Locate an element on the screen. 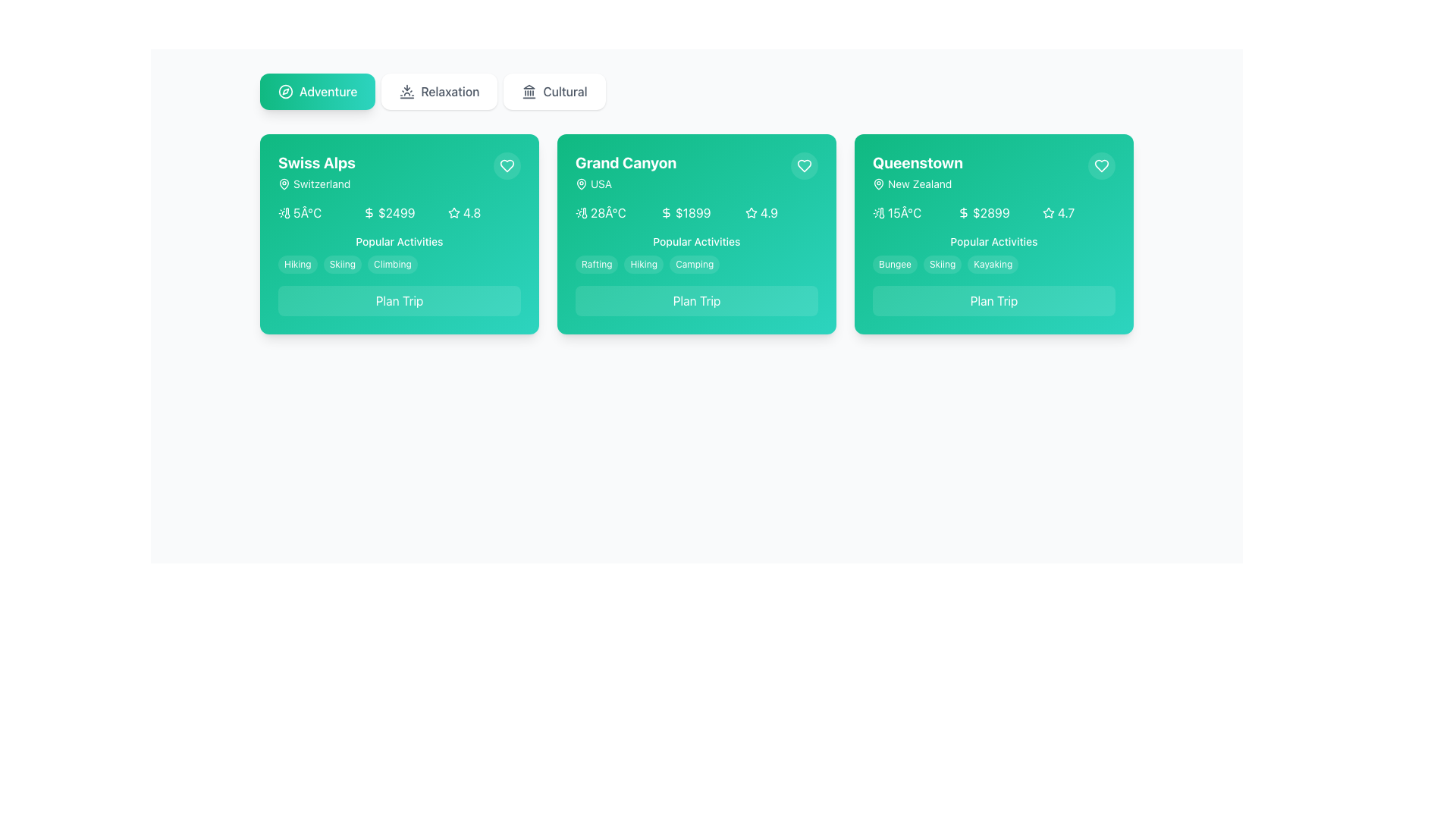  the static label indicating 'Hiking' activity in the 'Popular Activities' section of the 'Grand Canyon' card, which is the second label in the sequence of three labels is located at coordinates (644, 263).